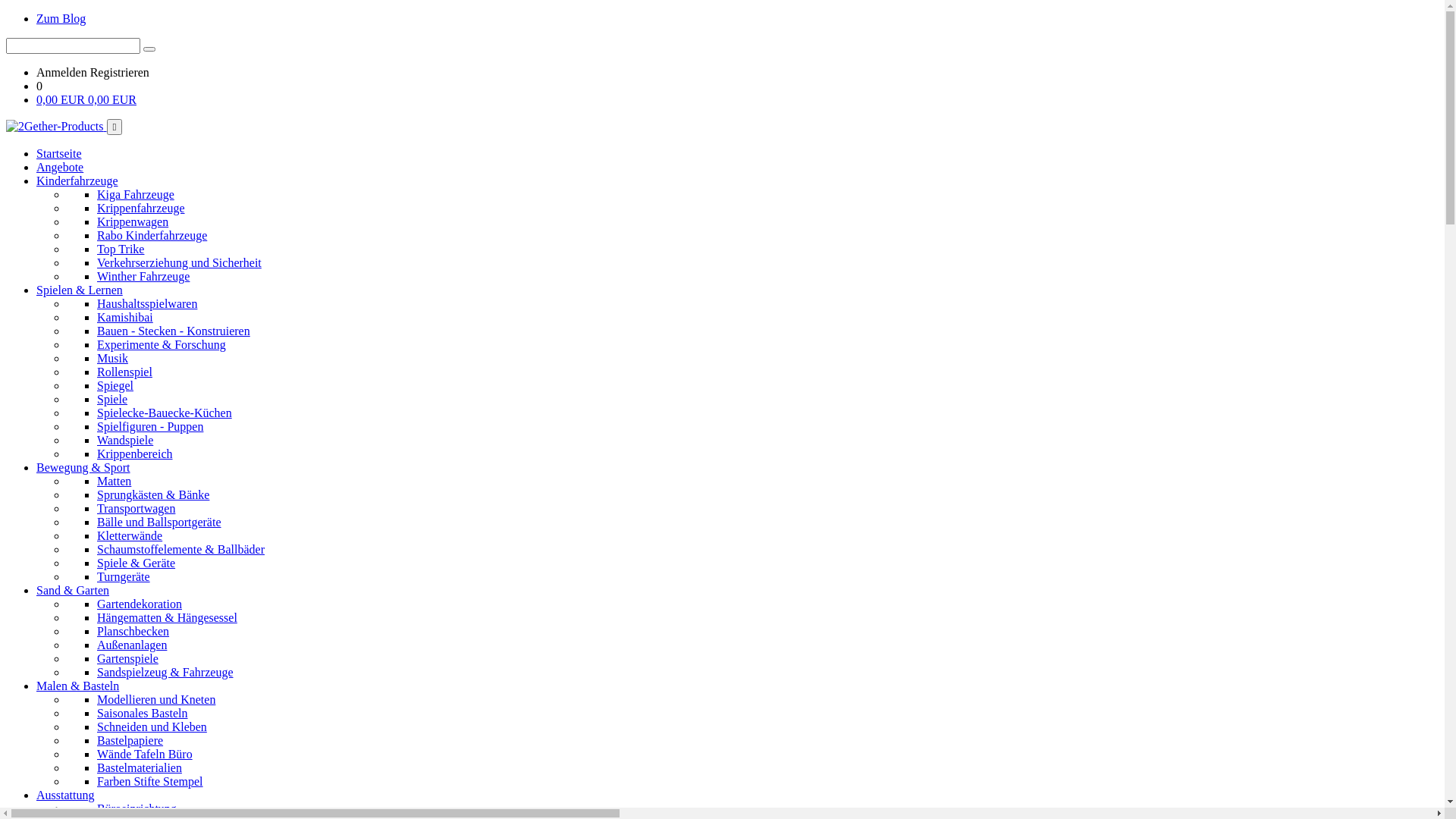 The height and width of the screenshot is (819, 1456). What do you see at coordinates (96, 208) in the screenshot?
I see `'Krippenfahrzeuge'` at bounding box center [96, 208].